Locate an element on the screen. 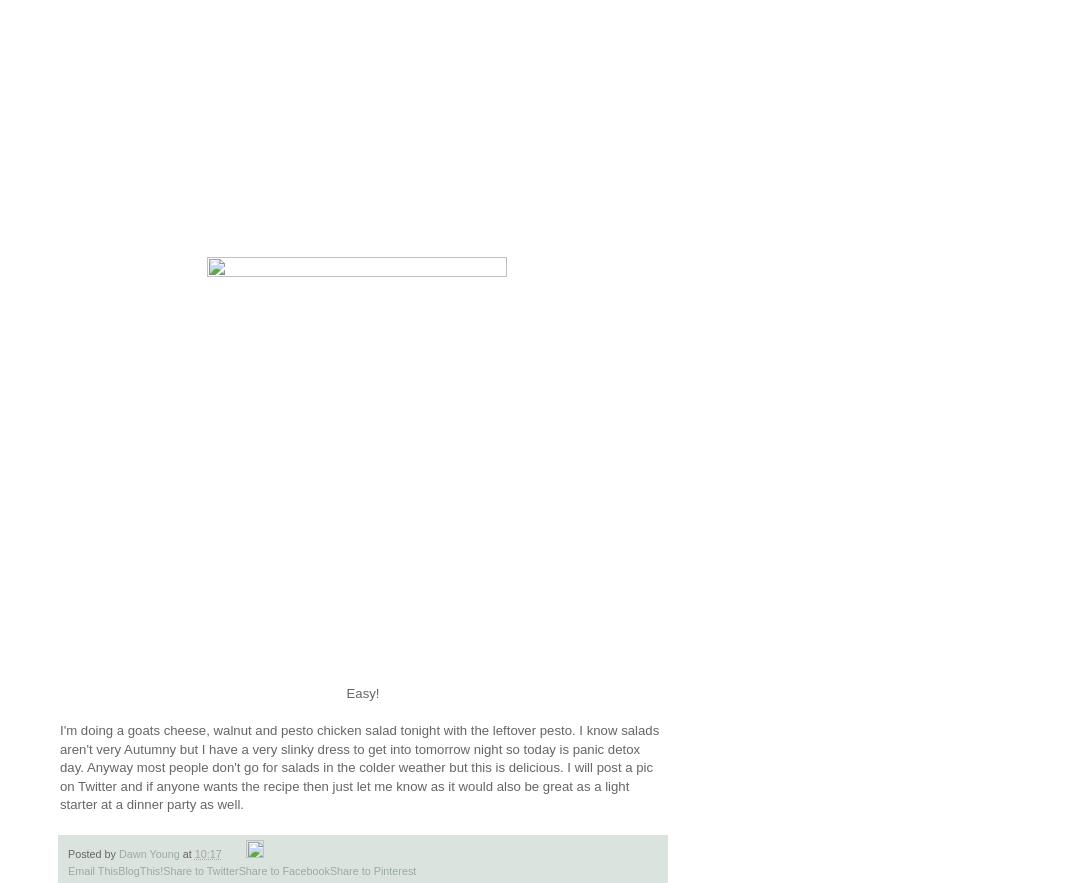  'at' is located at coordinates (187, 851).